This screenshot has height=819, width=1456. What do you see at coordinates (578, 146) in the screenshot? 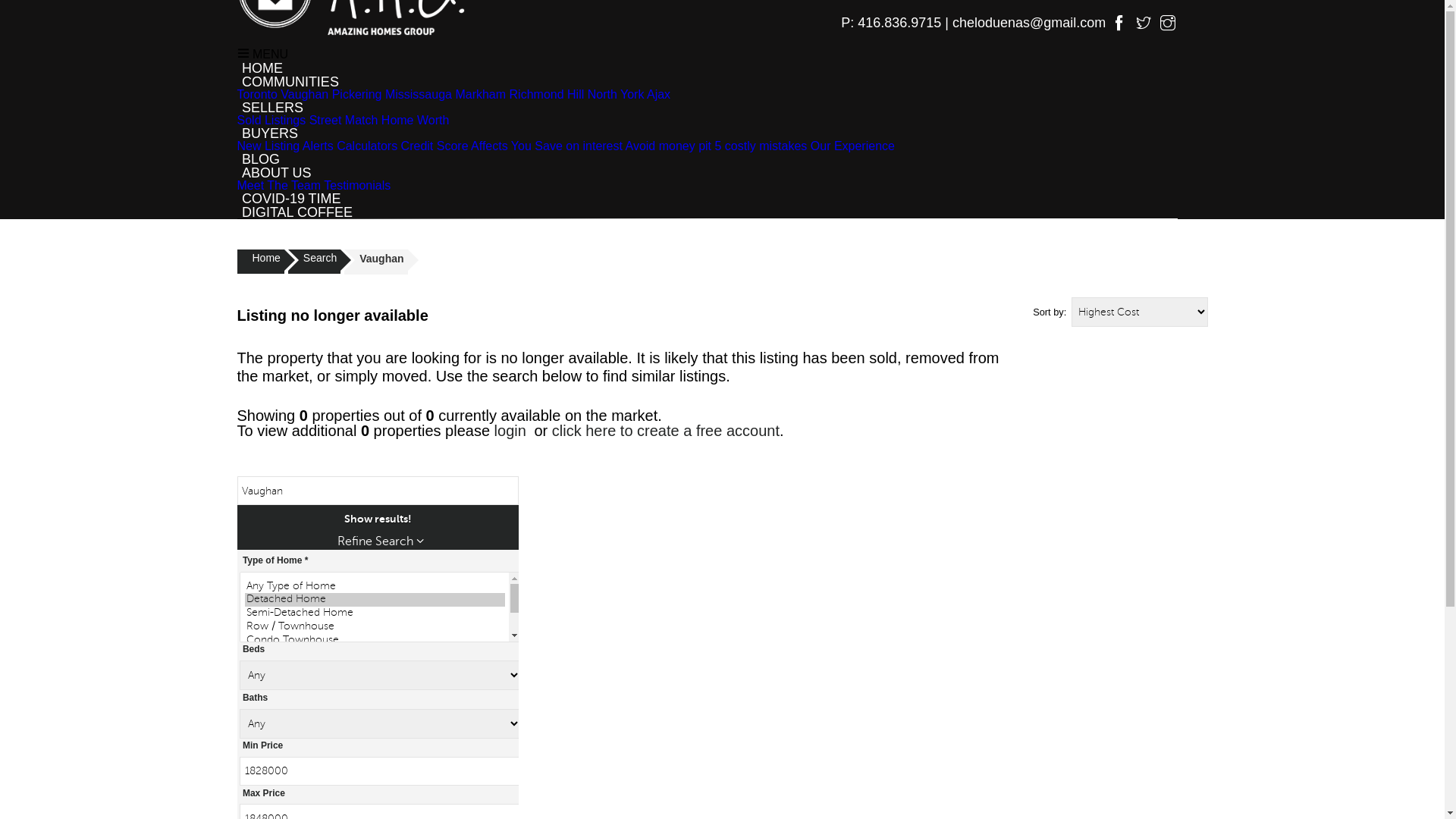
I see `'Save on interest'` at bounding box center [578, 146].